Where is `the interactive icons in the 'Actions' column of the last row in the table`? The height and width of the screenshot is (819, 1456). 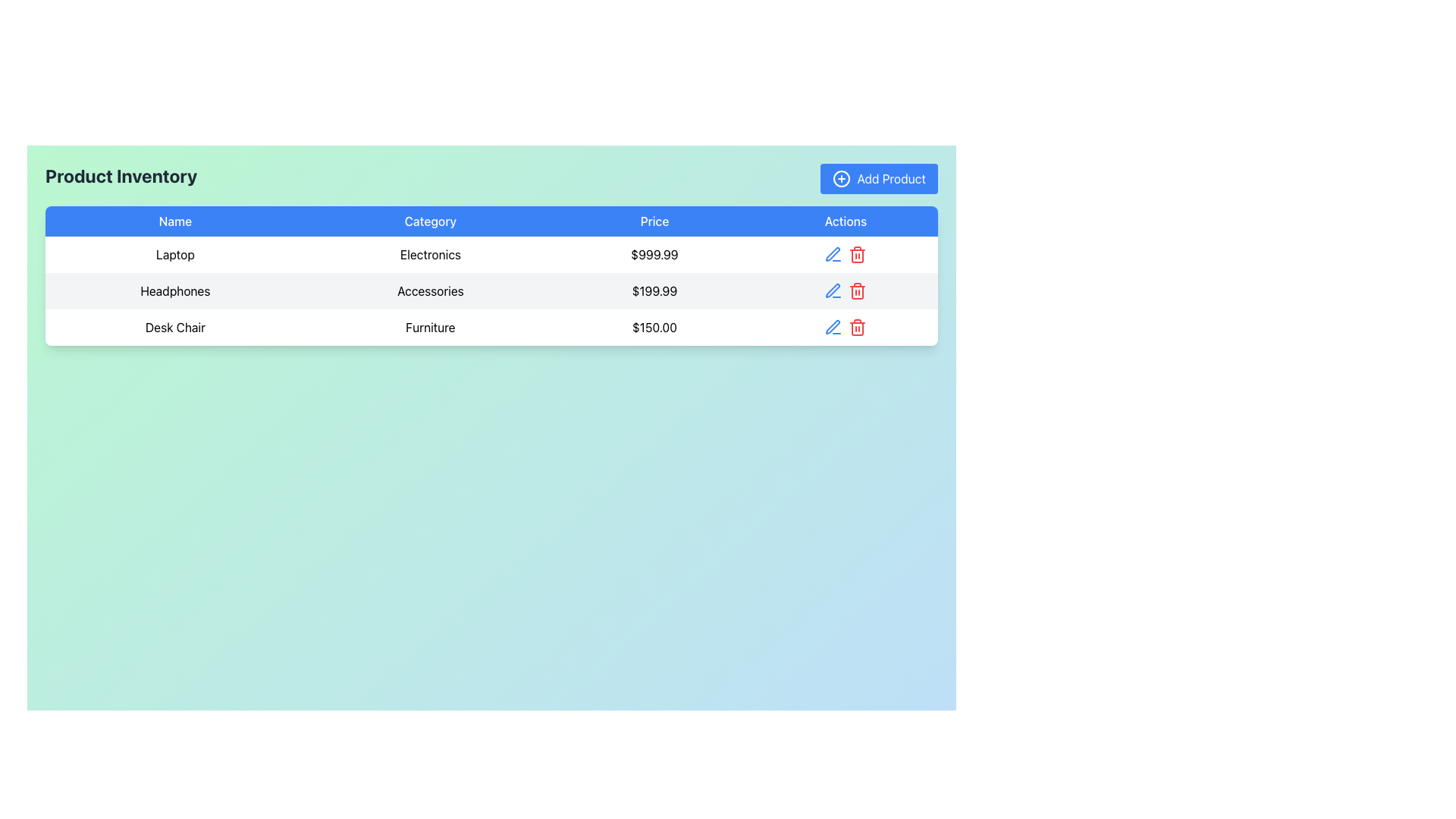
the interactive icons in the 'Actions' column of the last row in the table is located at coordinates (845, 327).